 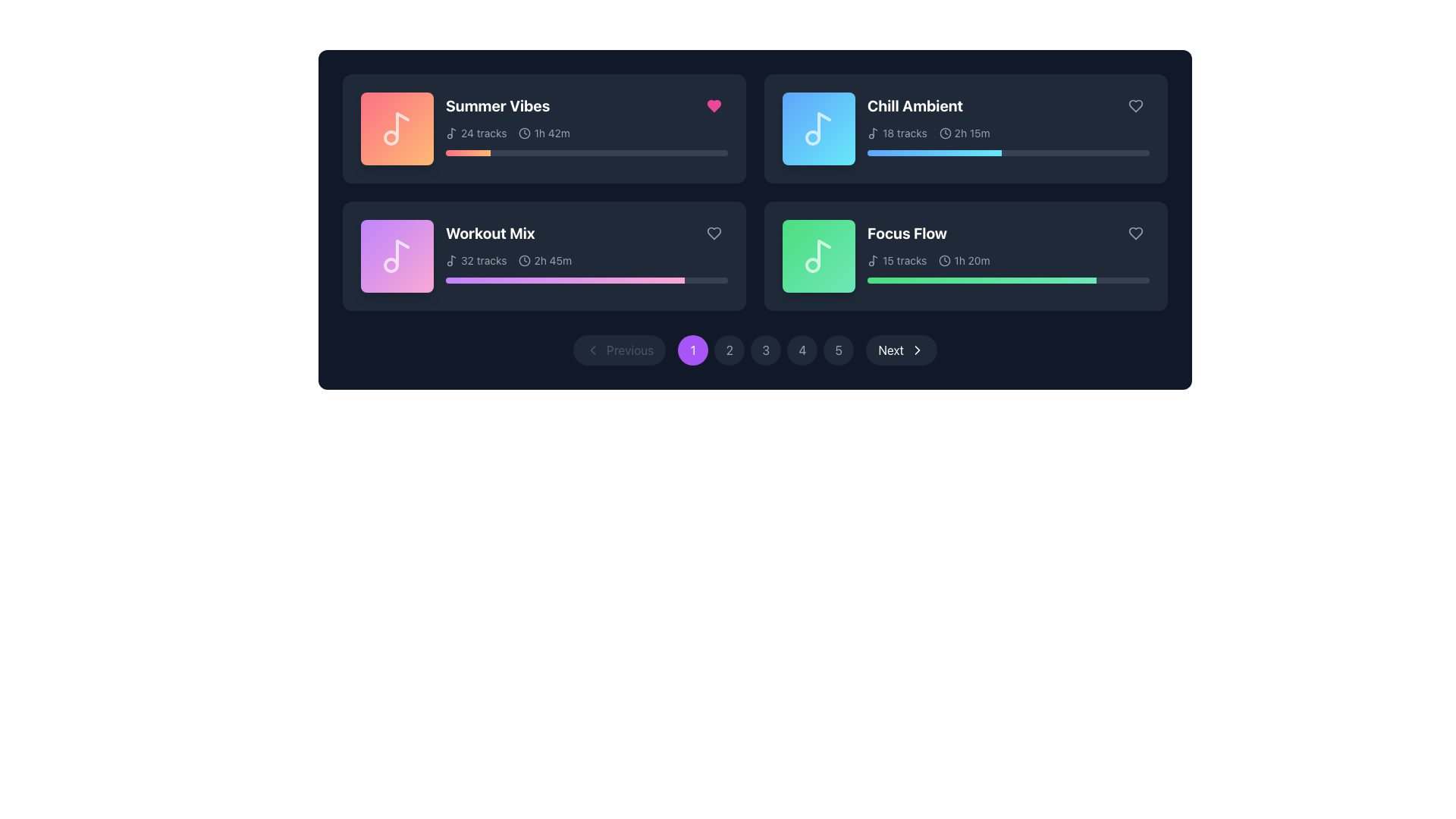 What do you see at coordinates (1008, 250) in the screenshot?
I see `to select the Information card for the 'Focus Flow' playlist, which displays the number of tracks and total duration, located in the bottom-right quadrant of the interface` at bounding box center [1008, 250].